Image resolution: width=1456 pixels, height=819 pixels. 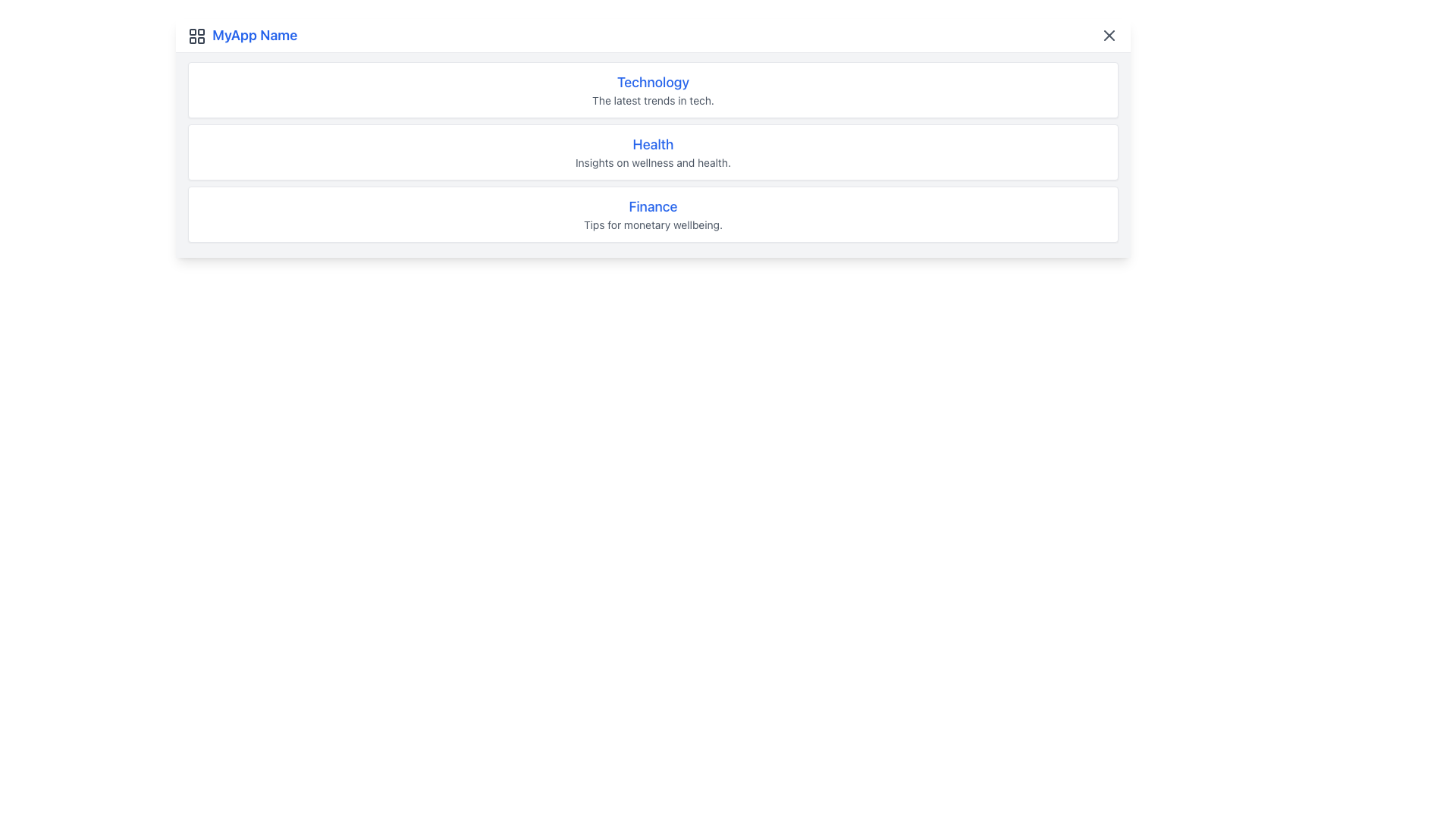 What do you see at coordinates (196, 35) in the screenshot?
I see `the icon consisting of four squares arranged in a 2x2 grid pattern, located next to the text 'MyApp Name' in the top-left corner of the application` at bounding box center [196, 35].